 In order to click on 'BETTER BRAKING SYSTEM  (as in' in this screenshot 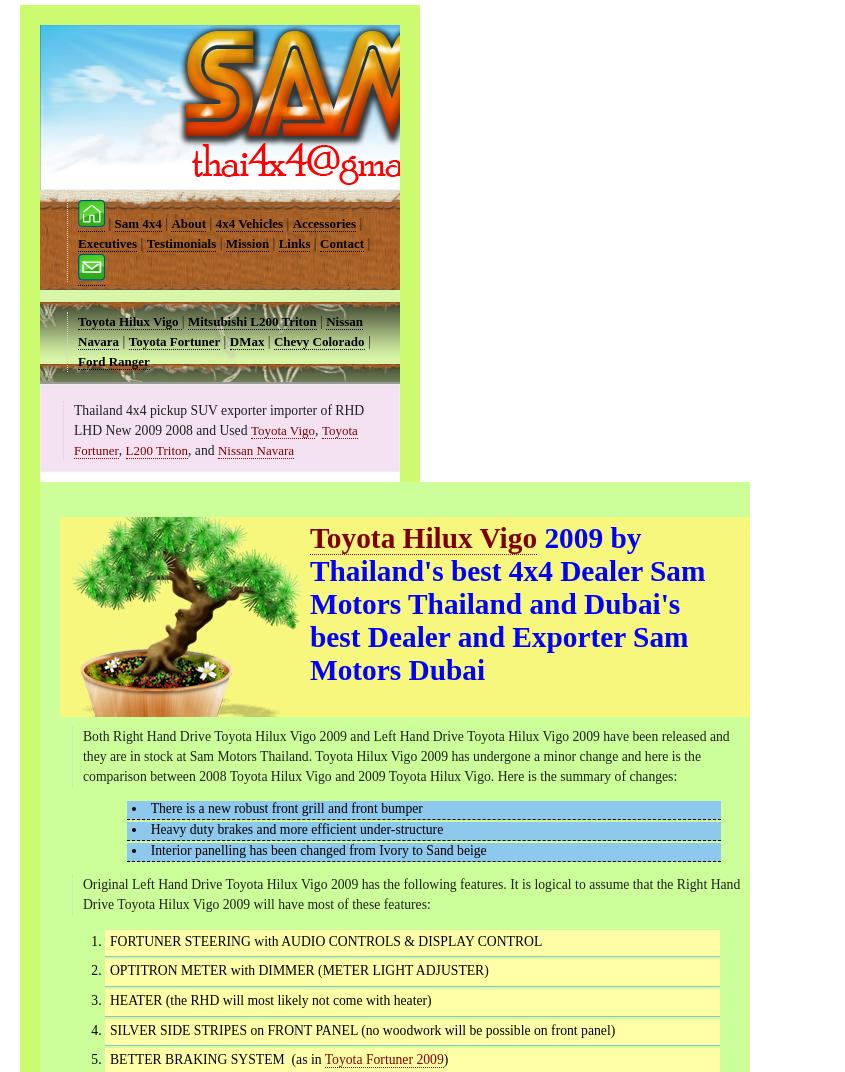, I will do `click(215, 1059)`.